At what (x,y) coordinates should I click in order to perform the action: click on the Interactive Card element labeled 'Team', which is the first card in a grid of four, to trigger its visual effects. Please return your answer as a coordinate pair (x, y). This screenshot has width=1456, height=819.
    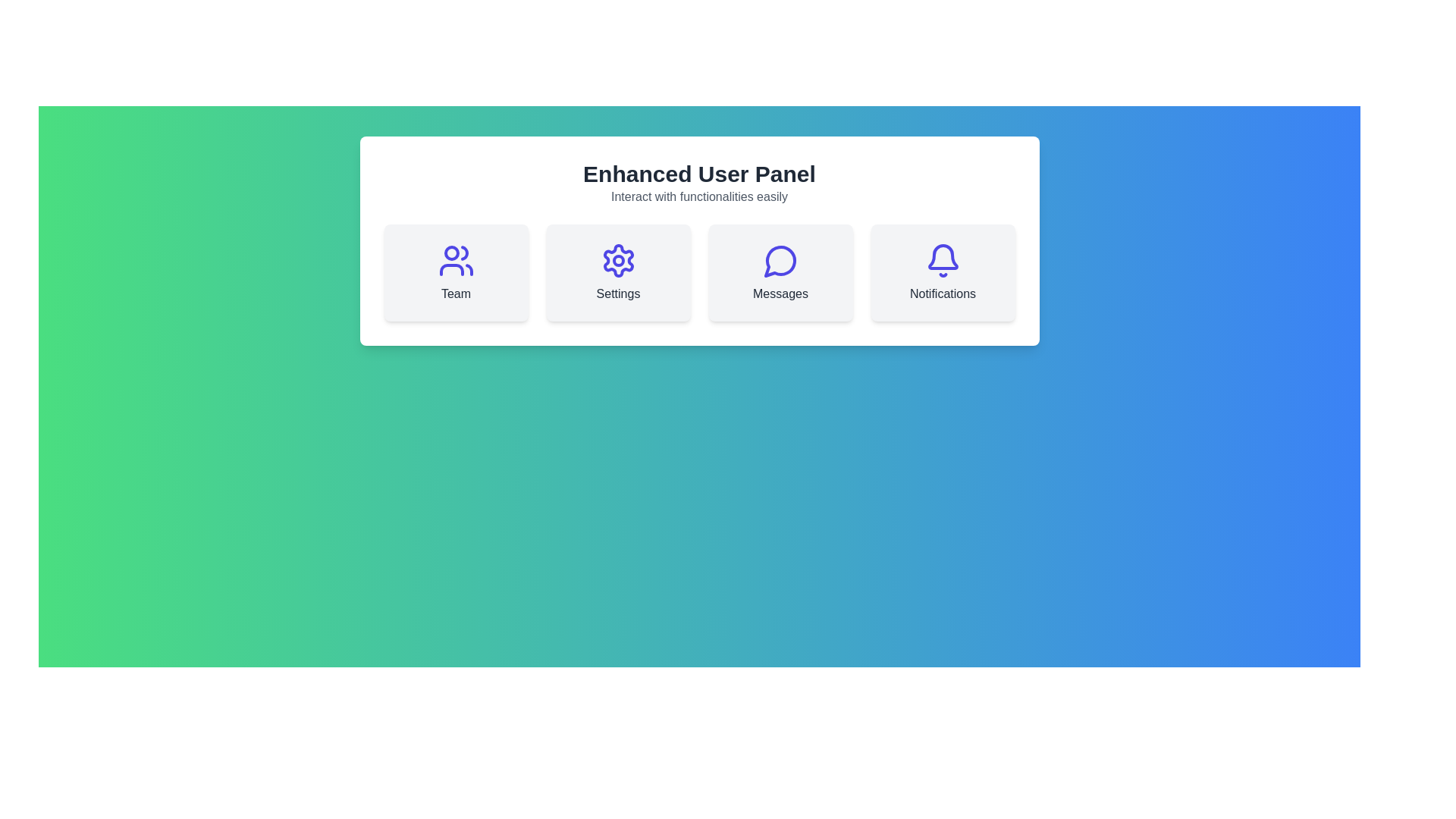
    Looking at the image, I should click on (455, 271).